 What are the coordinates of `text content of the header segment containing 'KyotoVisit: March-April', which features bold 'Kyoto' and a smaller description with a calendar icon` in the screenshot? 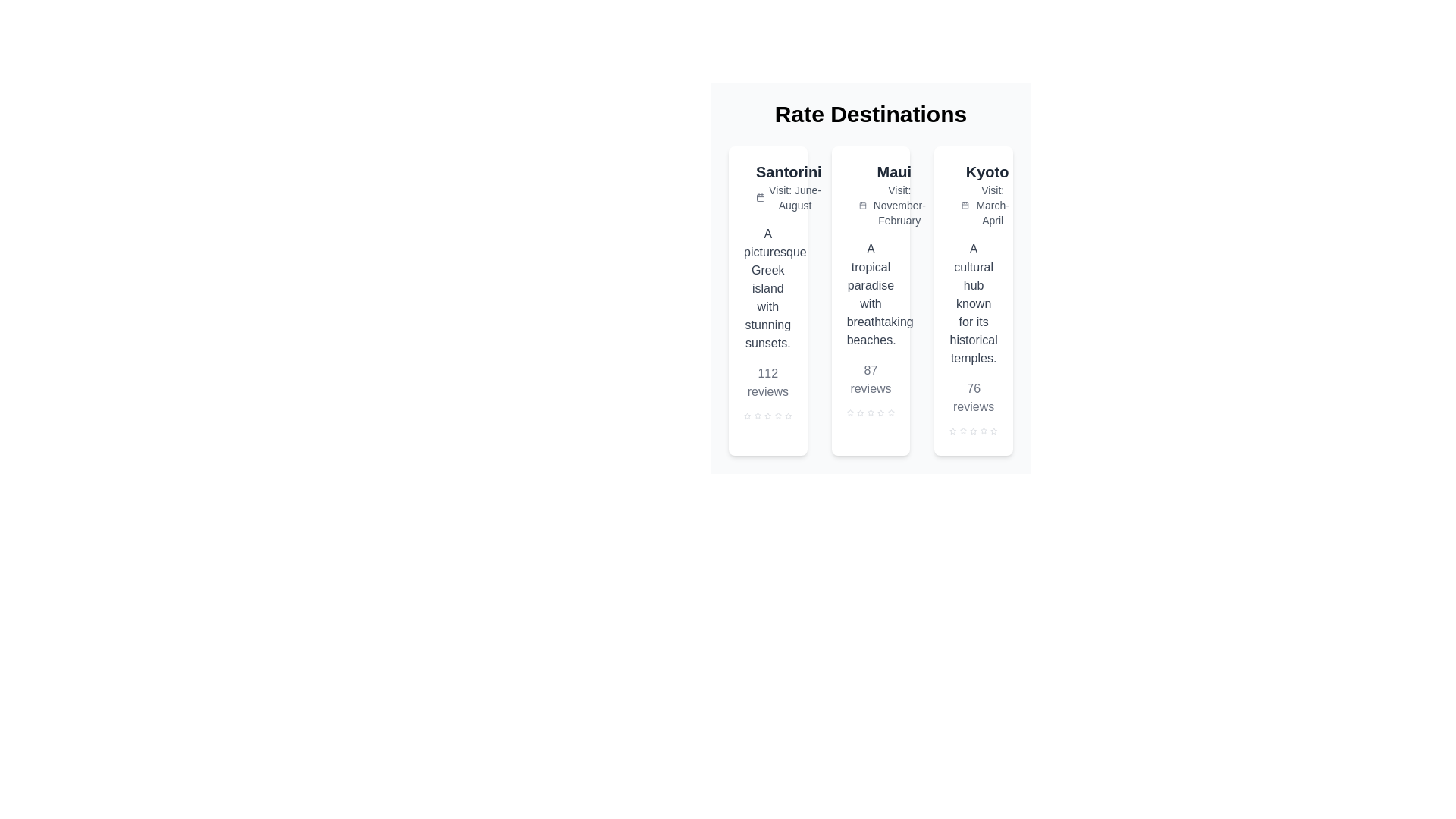 It's located at (974, 194).